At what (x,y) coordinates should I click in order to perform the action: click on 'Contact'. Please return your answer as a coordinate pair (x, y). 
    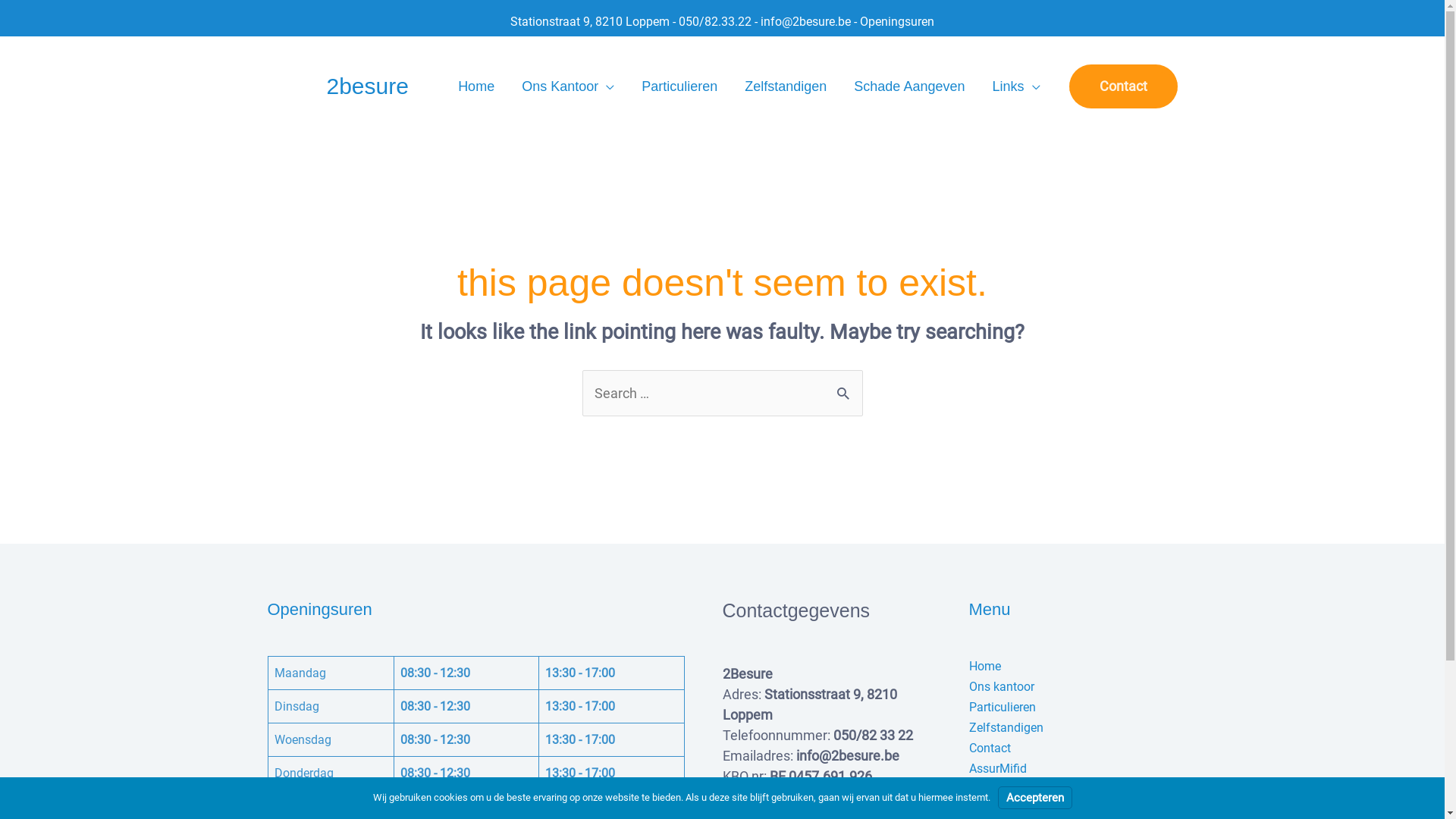
    Looking at the image, I should click on (1123, 86).